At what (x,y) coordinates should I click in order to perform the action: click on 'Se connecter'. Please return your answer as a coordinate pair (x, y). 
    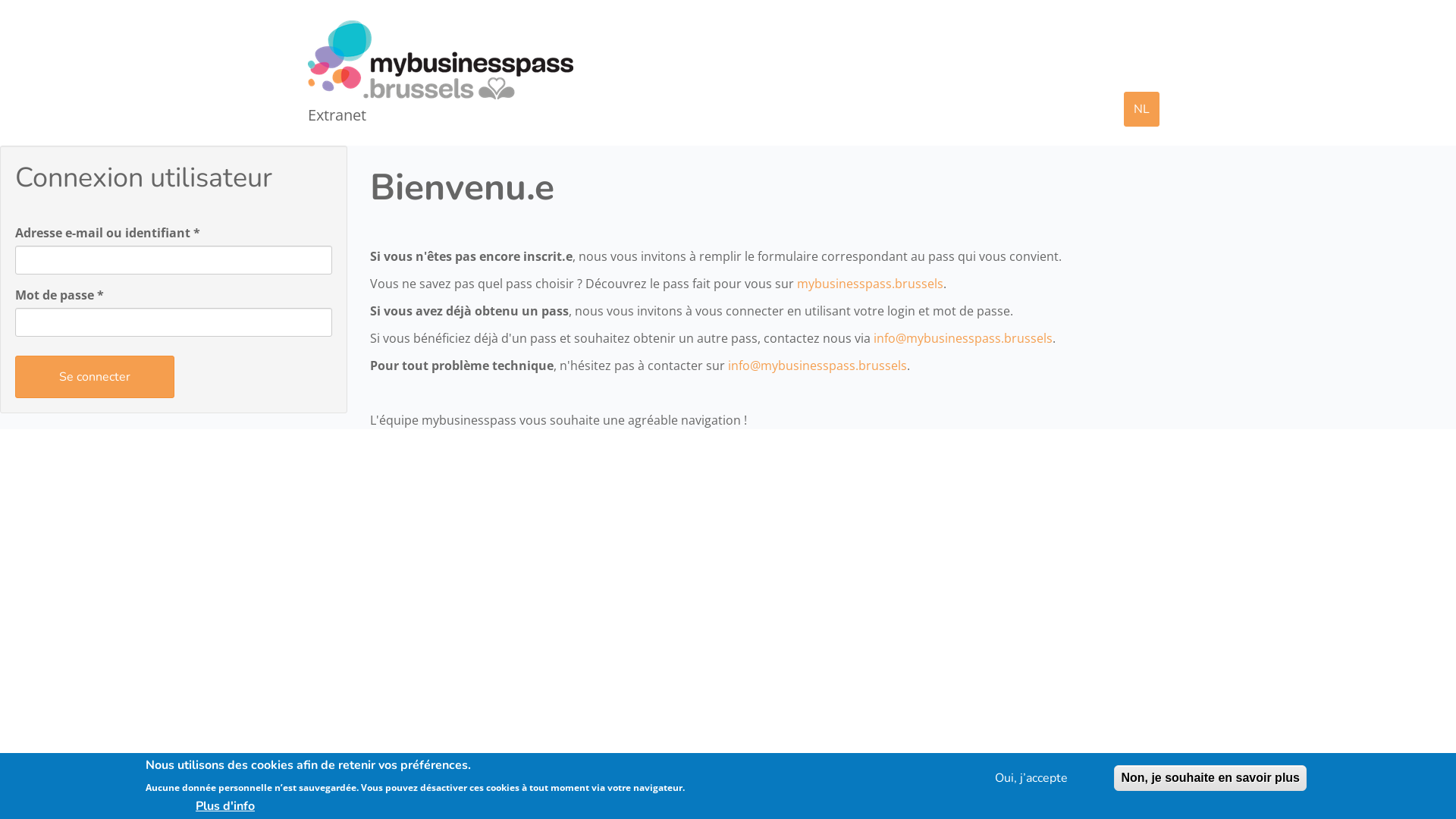
    Looking at the image, I should click on (93, 376).